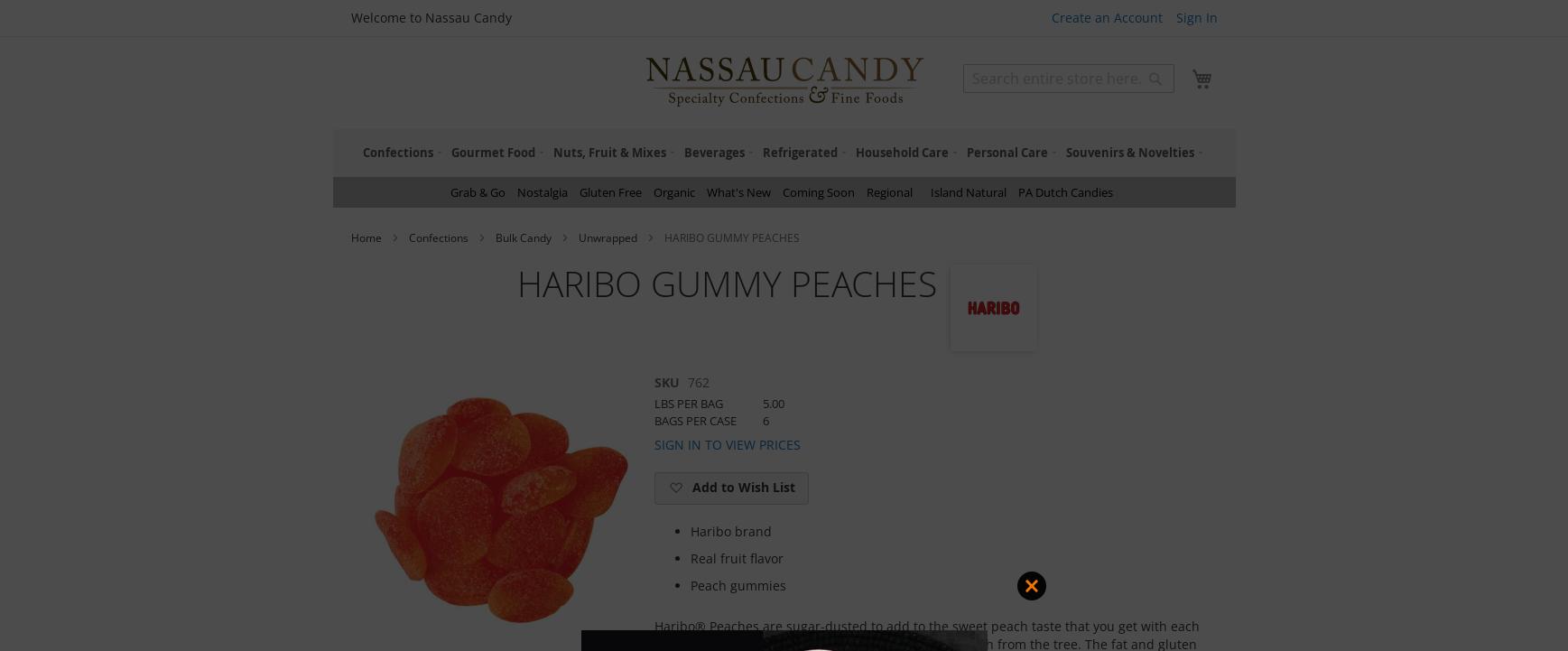 This screenshot has width=1568, height=651. Describe the element at coordinates (688, 558) in the screenshot. I see `'Real fruit flavor'` at that location.